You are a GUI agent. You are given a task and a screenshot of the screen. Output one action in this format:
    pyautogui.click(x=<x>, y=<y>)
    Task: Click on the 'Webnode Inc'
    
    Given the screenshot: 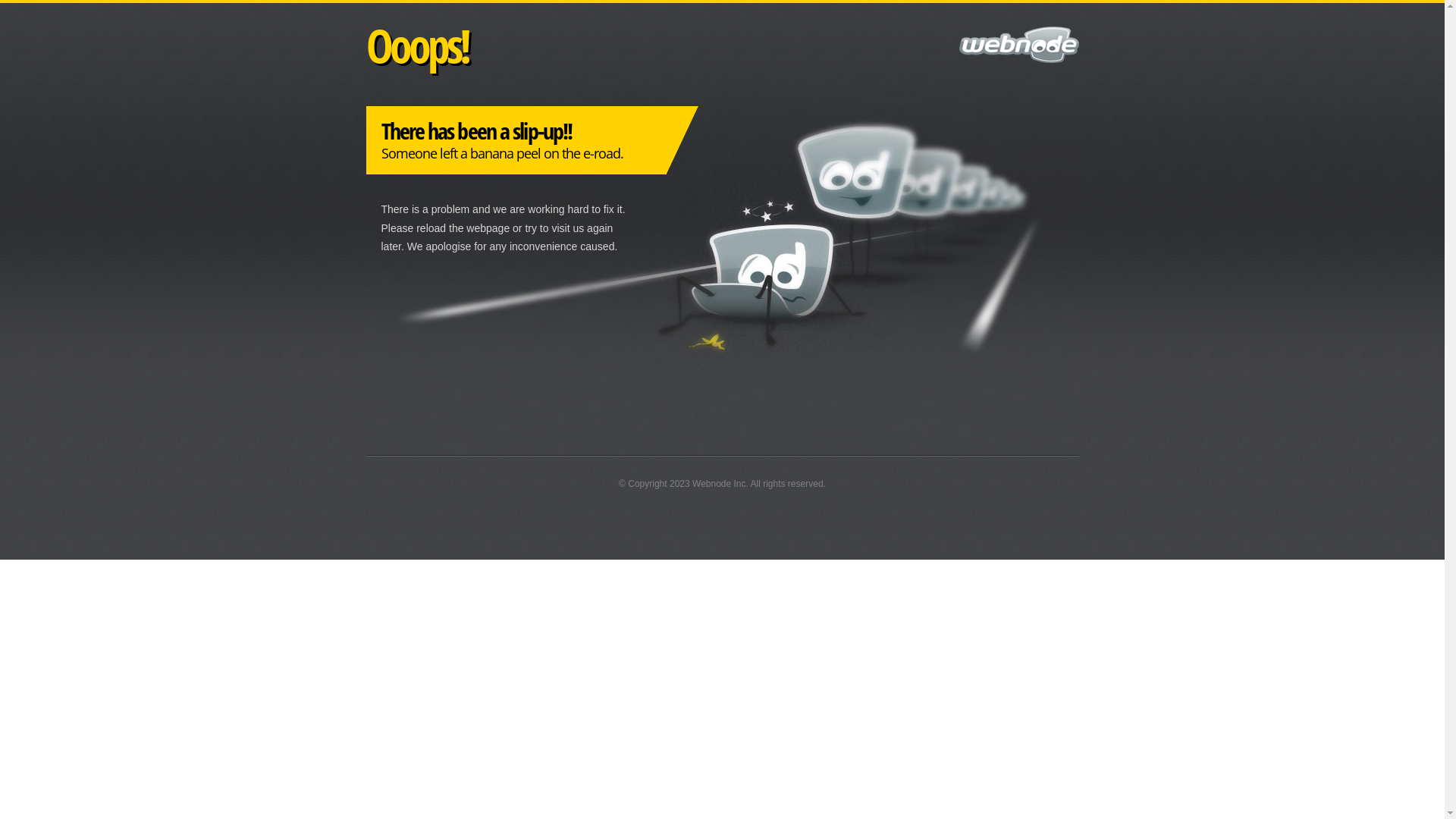 What is the action you would take?
    pyautogui.click(x=691, y=483)
    